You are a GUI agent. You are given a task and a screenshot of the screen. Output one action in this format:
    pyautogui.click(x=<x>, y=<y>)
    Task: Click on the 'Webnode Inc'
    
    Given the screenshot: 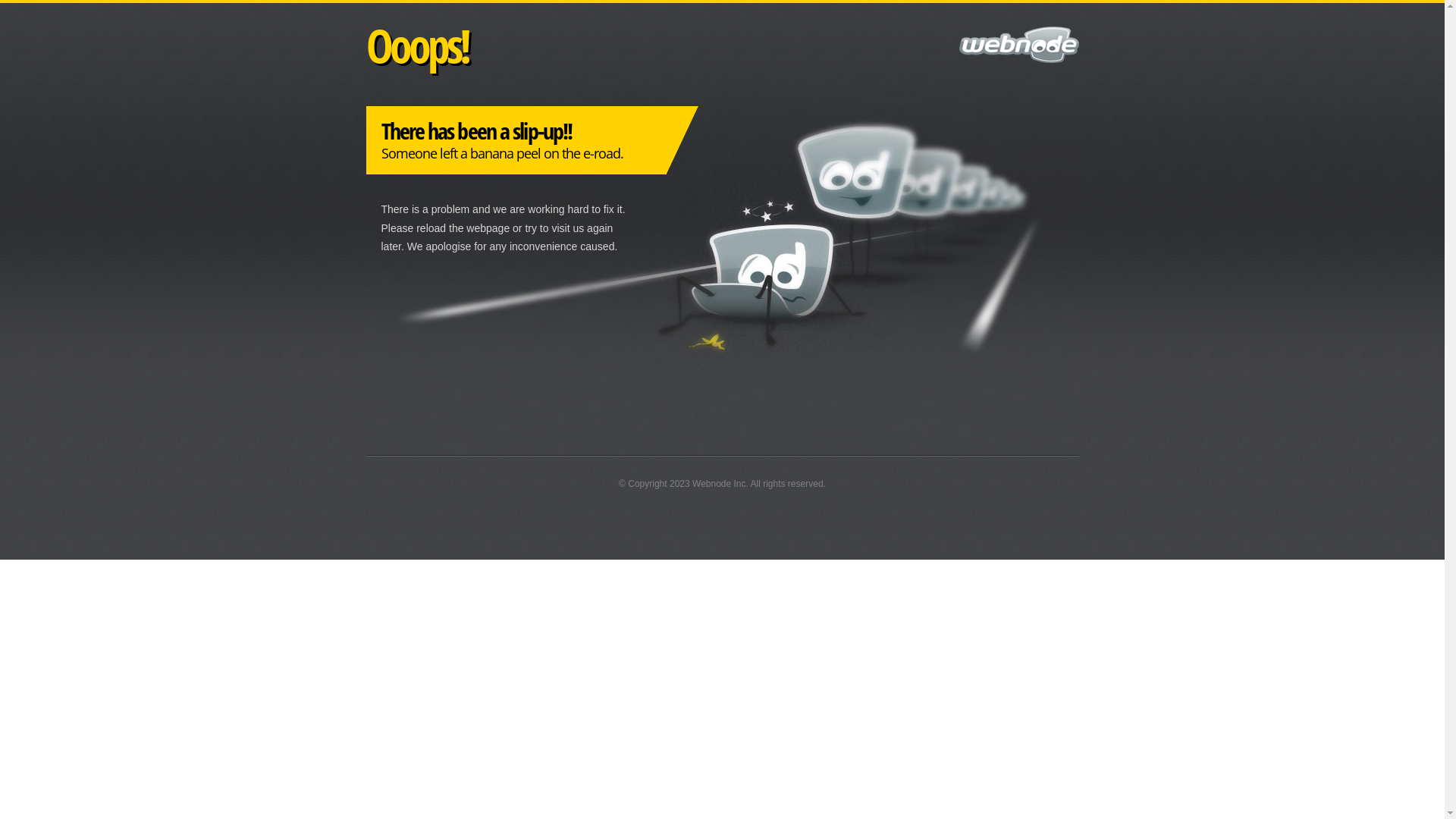 What is the action you would take?
    pyautogui.click(x=691, y=483)
    